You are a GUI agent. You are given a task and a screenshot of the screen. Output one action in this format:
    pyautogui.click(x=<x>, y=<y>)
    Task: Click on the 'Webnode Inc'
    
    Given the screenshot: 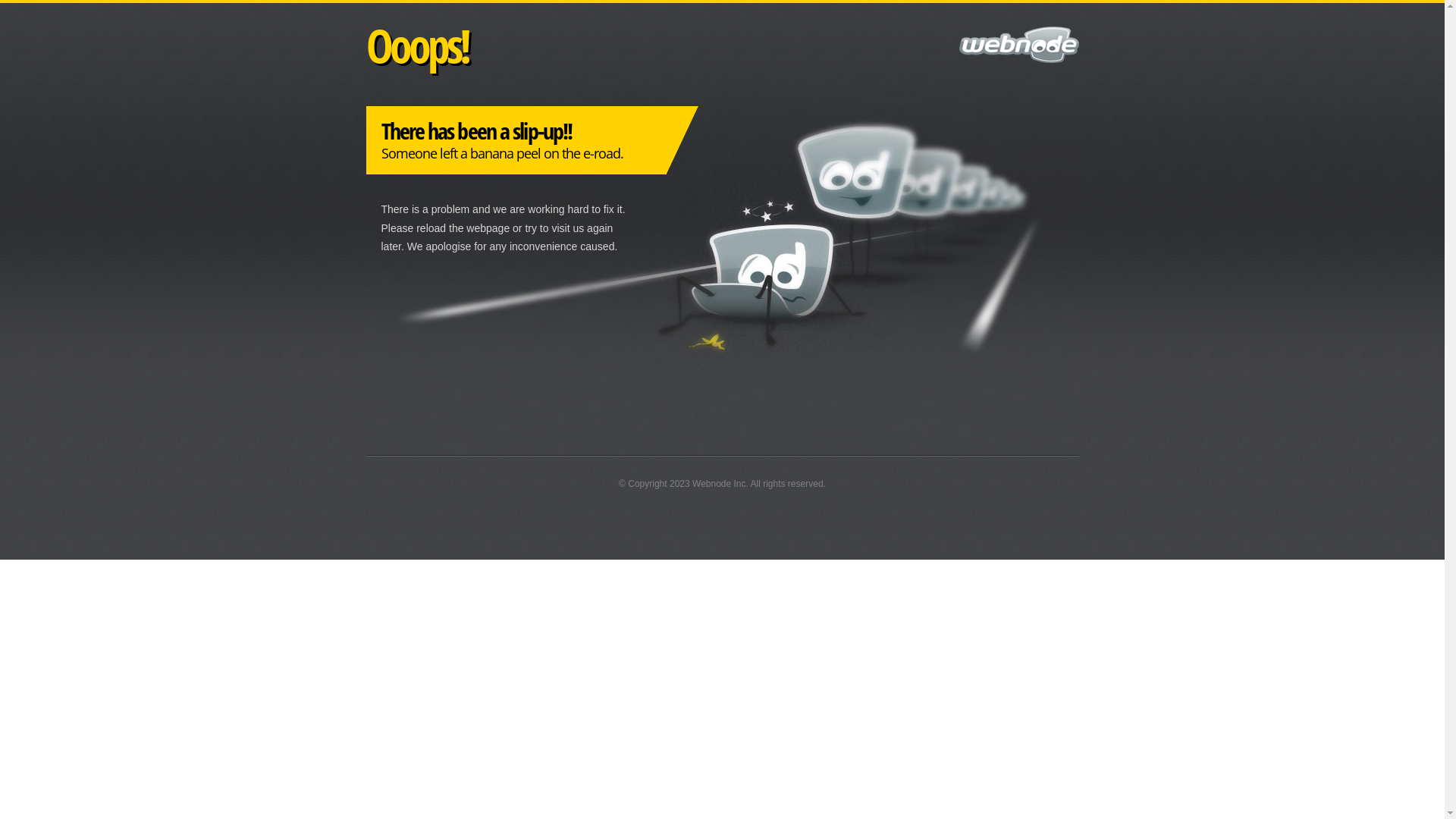 What is the action you would take?
    pyautogui.click(x=691, y=483)
    